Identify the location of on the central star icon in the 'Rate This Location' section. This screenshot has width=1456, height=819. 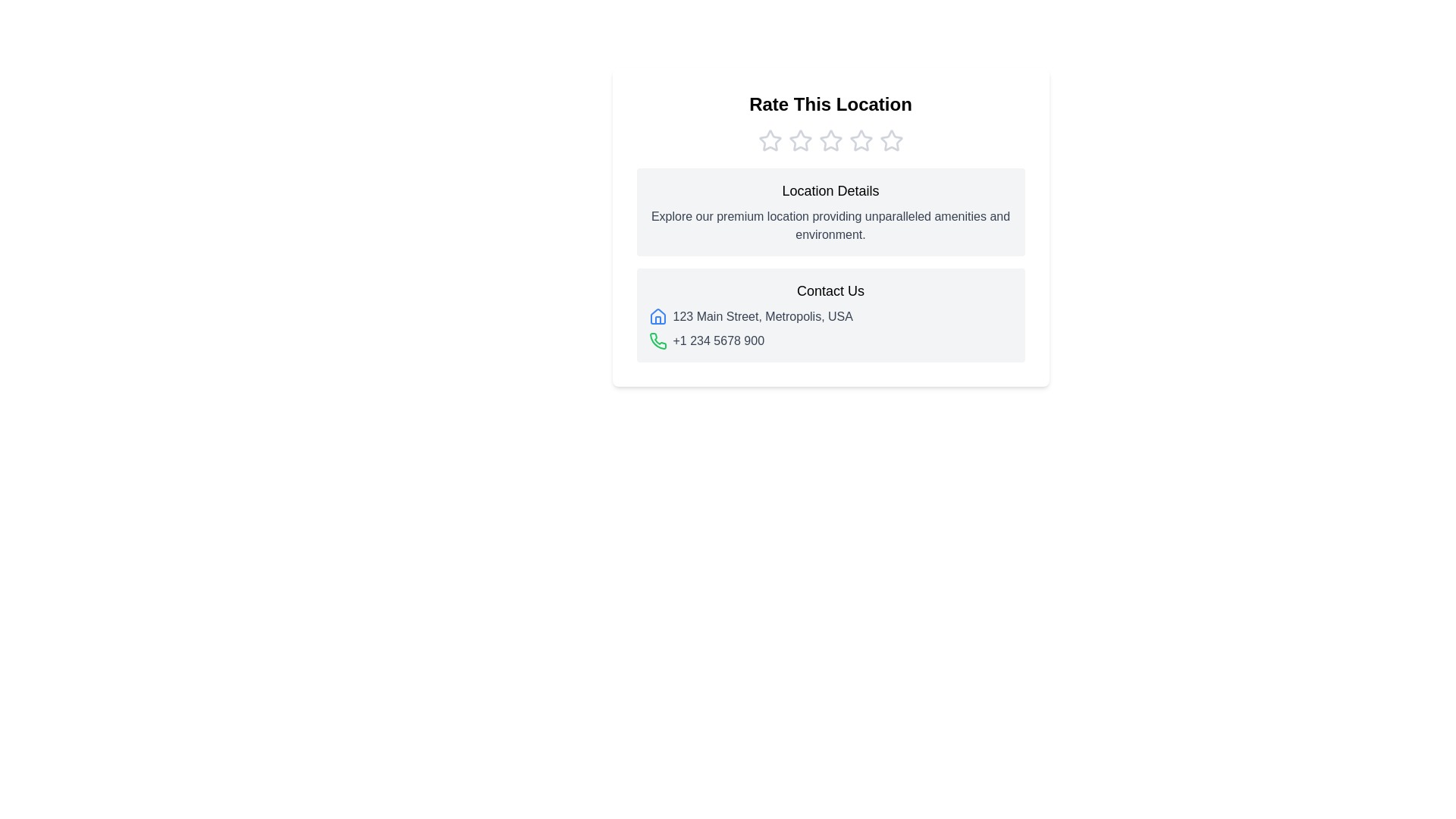
(830, 140).